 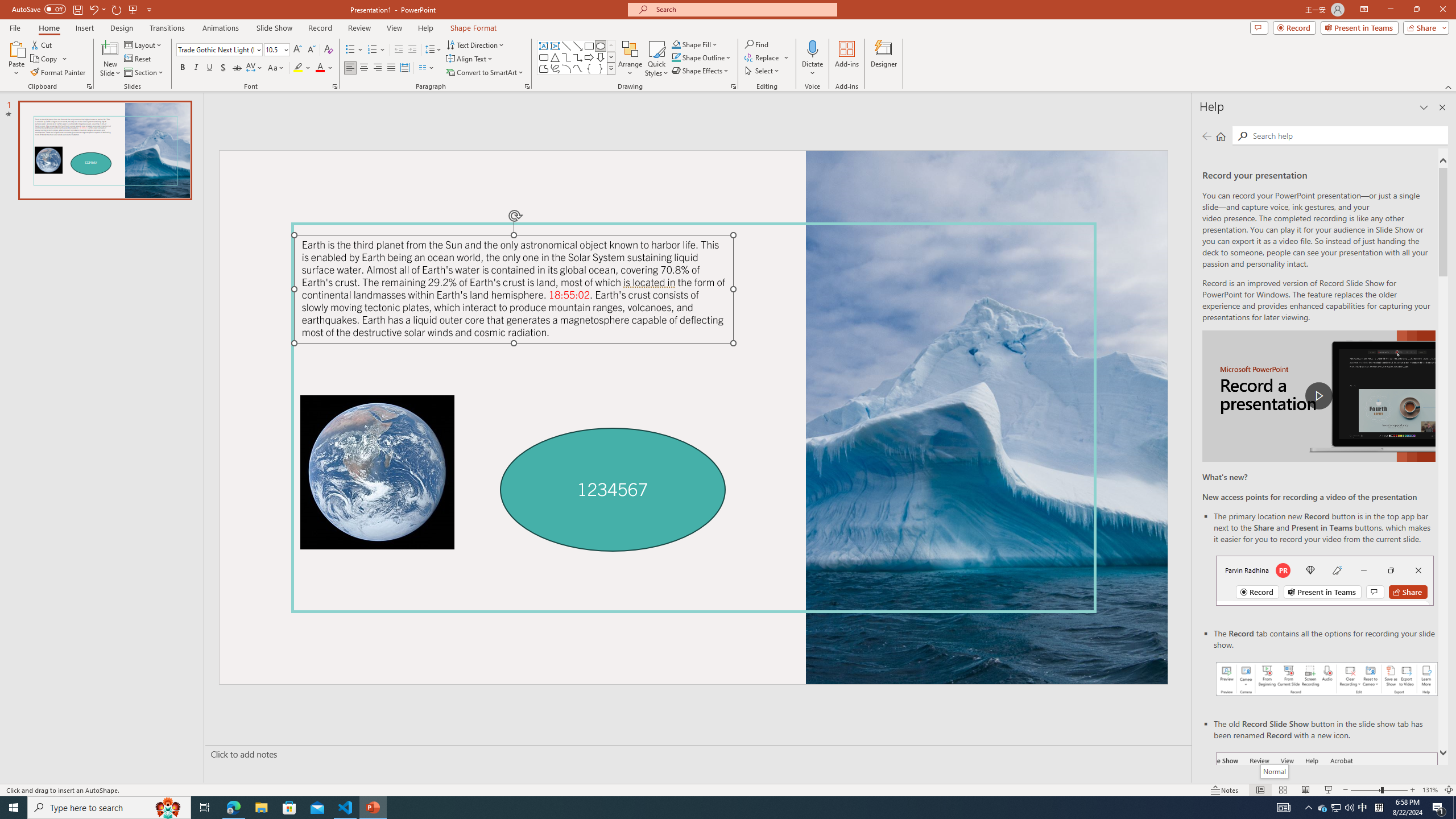 I want to click on 'Record your presentations screenshot one', so click(x=1326, y=678).